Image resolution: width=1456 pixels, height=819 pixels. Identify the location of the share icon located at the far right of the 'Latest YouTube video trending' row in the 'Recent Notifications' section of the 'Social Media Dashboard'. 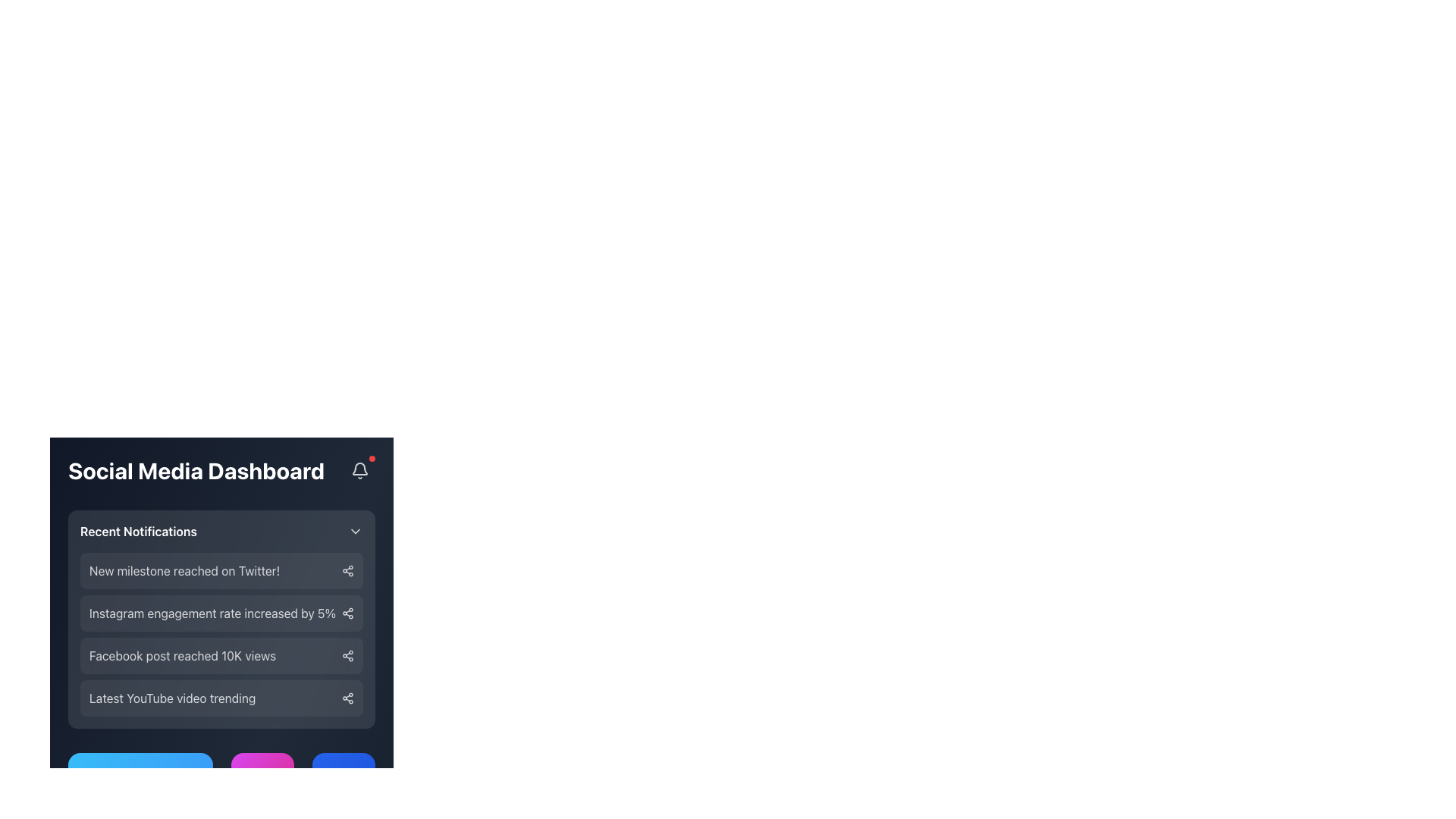
(347, 698).